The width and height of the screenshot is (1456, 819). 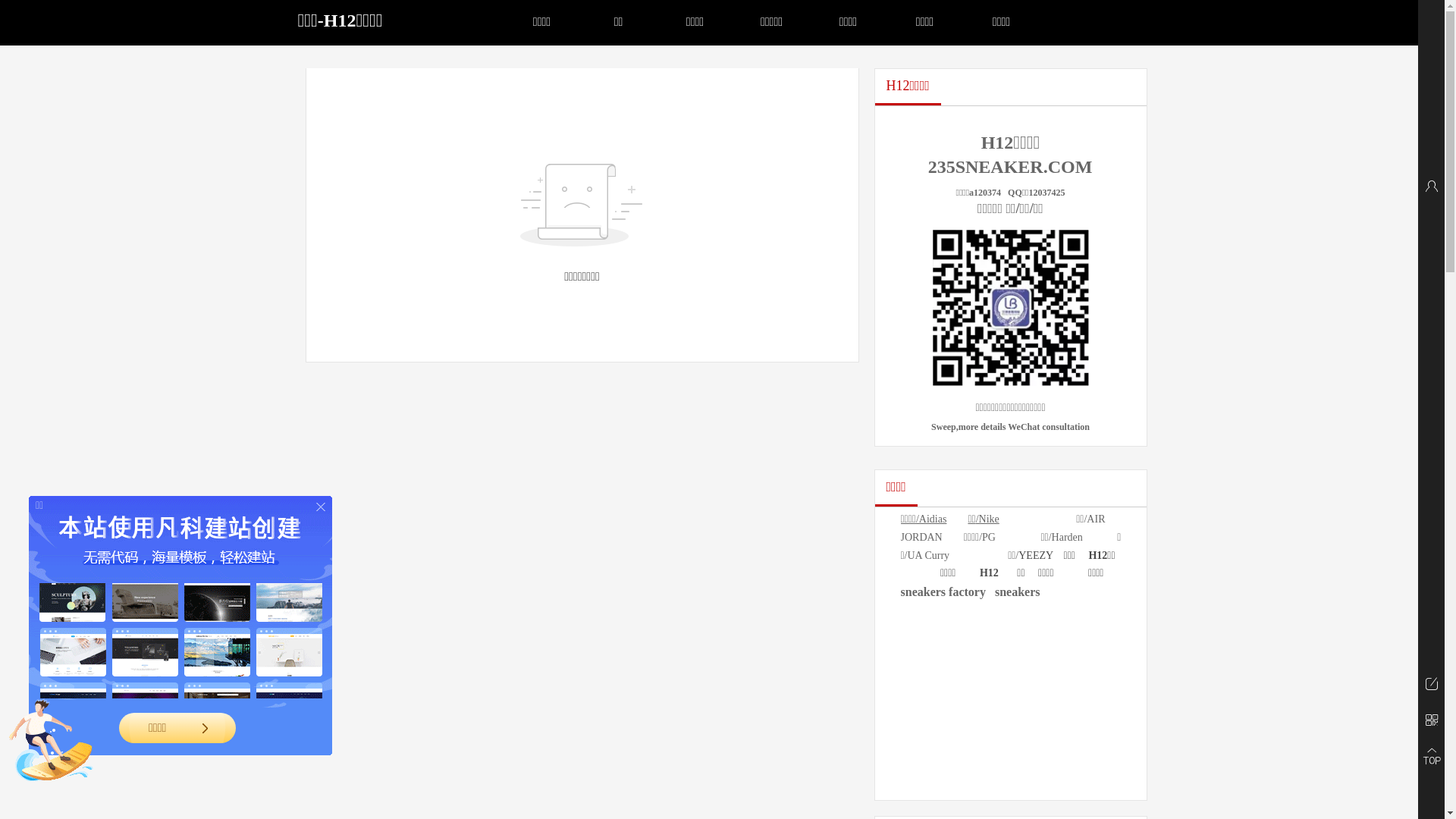 What do you see at coordinates (989, 573) in the screenshot?
I see `'H12'` at bounding box center [989, 573].